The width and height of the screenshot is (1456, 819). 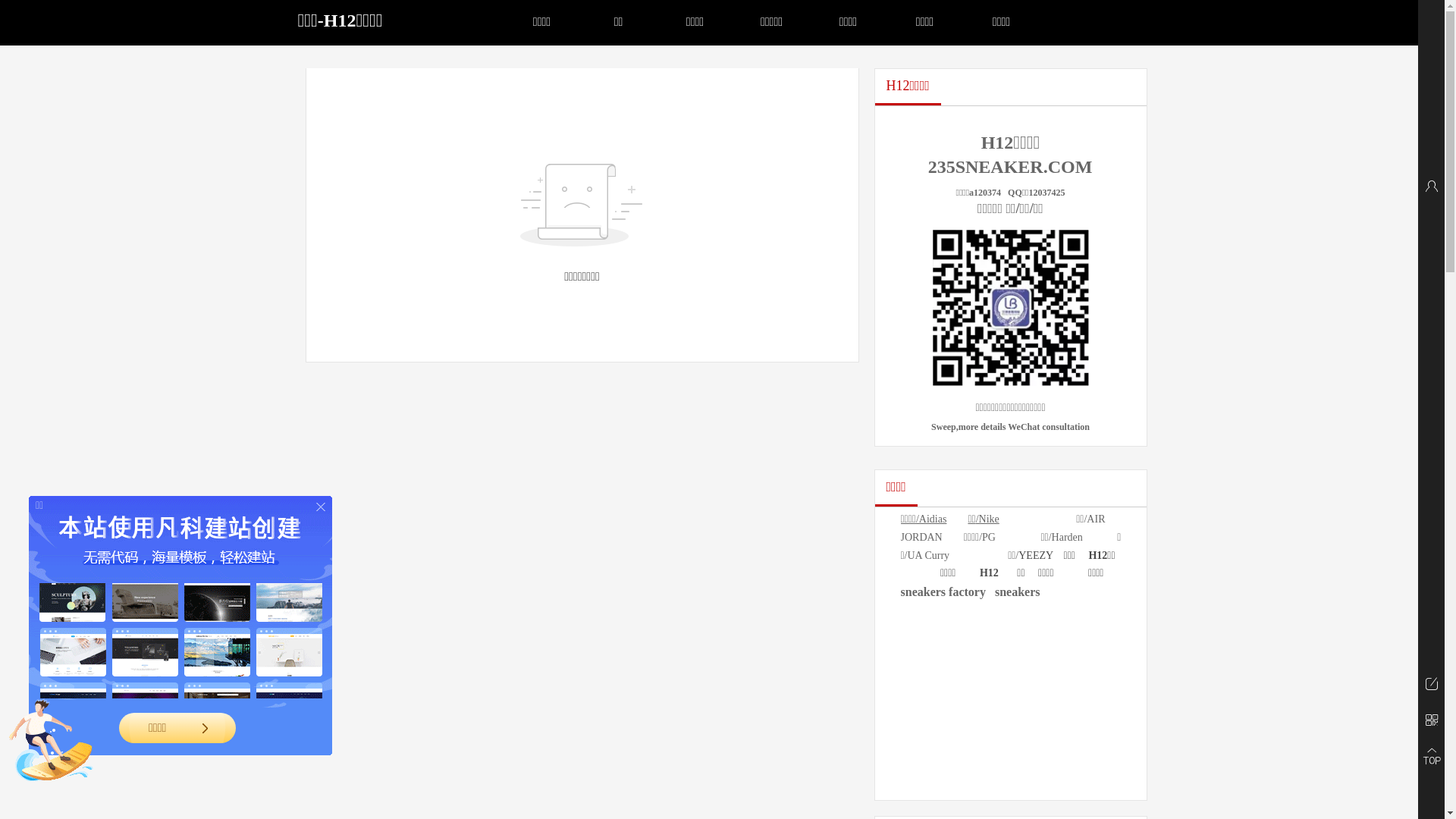 What do you see at coordinates (989, 573) in the screenshot?
I see `'H12'` at bounding box center [989, 573].